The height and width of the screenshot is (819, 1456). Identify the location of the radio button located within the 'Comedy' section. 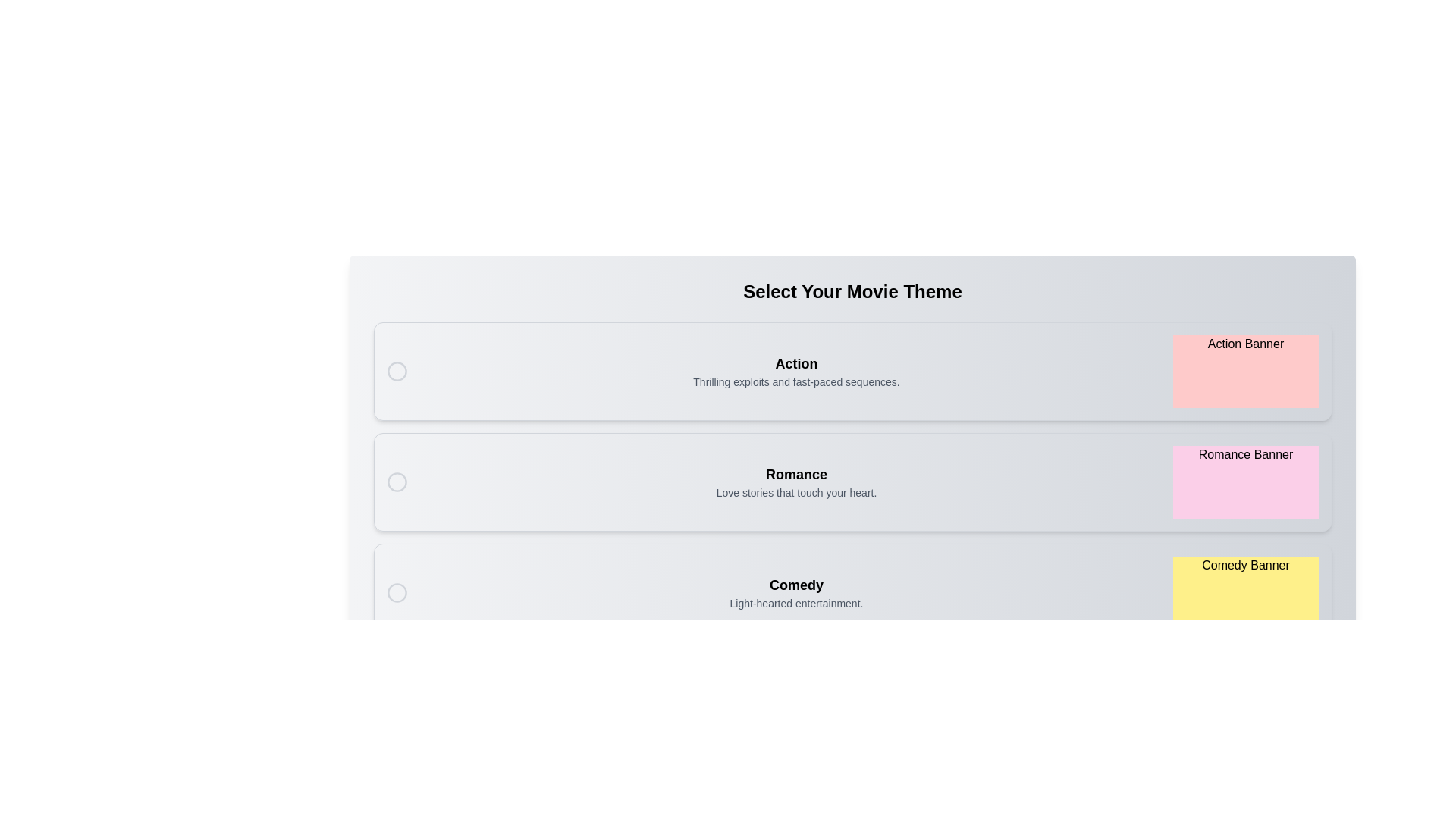
(397, 592).